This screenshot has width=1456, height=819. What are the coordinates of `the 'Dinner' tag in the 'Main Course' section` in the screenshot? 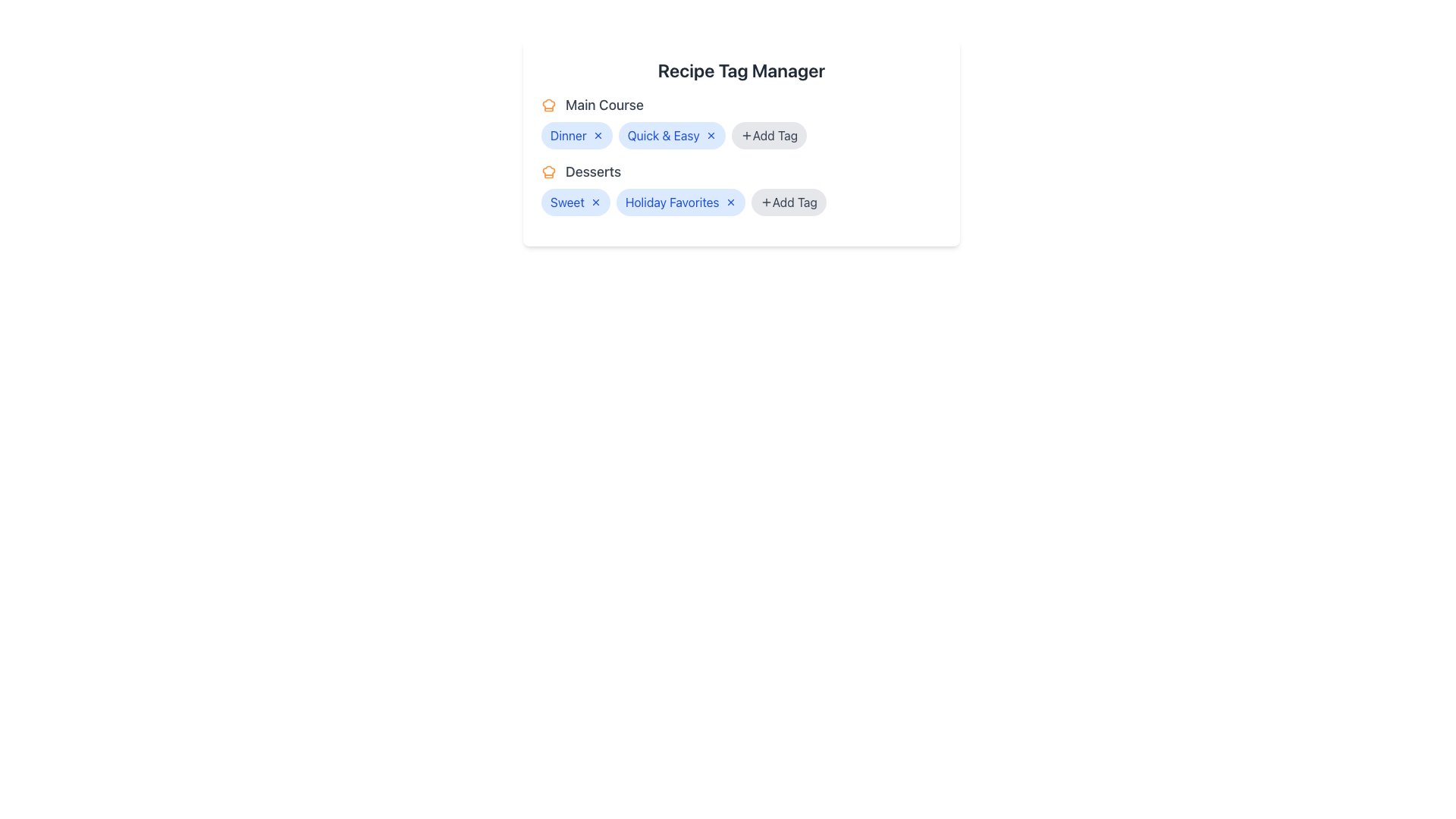 It's located at (576, 134).